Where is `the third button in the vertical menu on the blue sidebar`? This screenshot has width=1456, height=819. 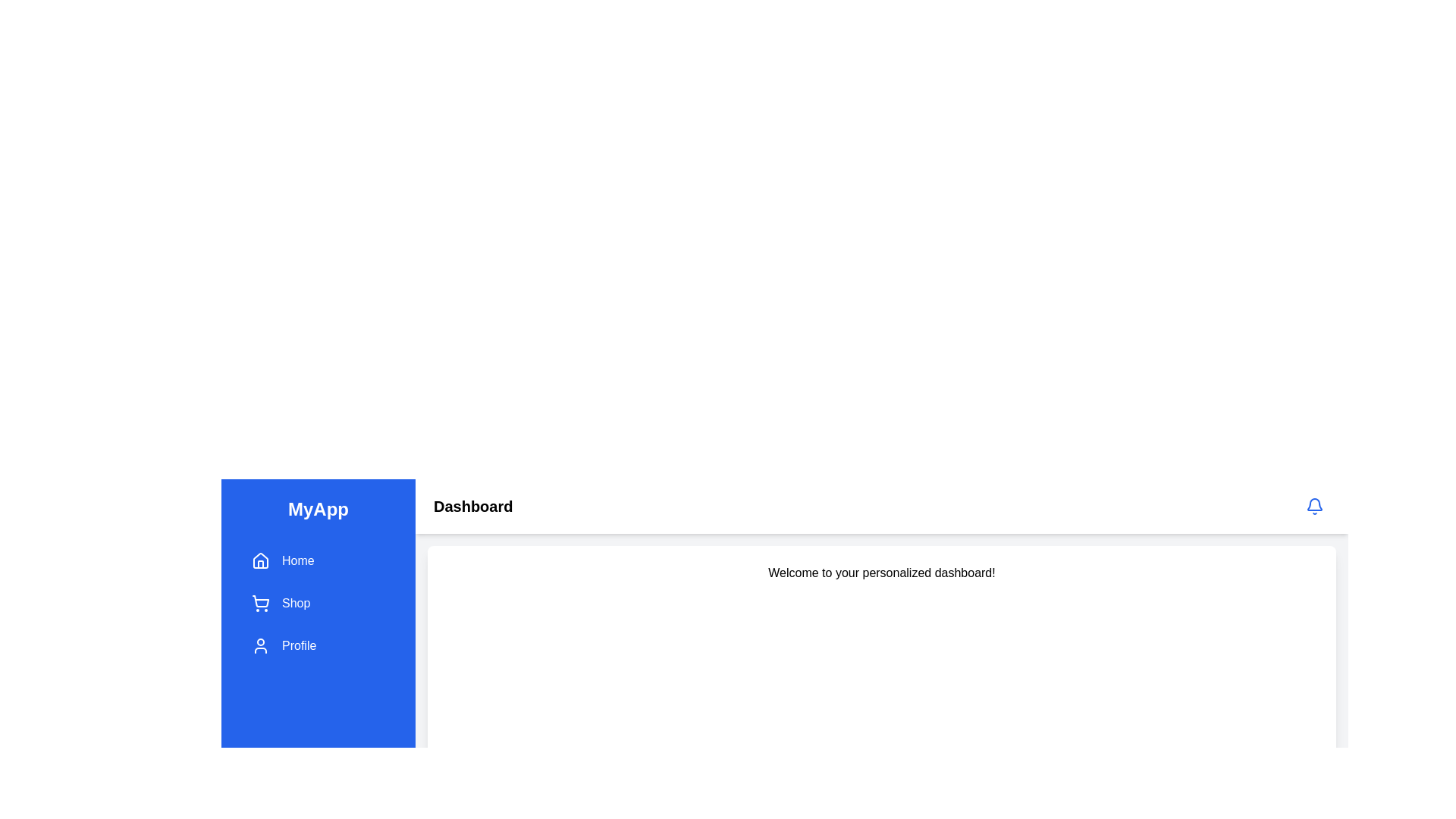
the third button in the vertical menu on the blue sidebar is located at coordinates (318, 646).